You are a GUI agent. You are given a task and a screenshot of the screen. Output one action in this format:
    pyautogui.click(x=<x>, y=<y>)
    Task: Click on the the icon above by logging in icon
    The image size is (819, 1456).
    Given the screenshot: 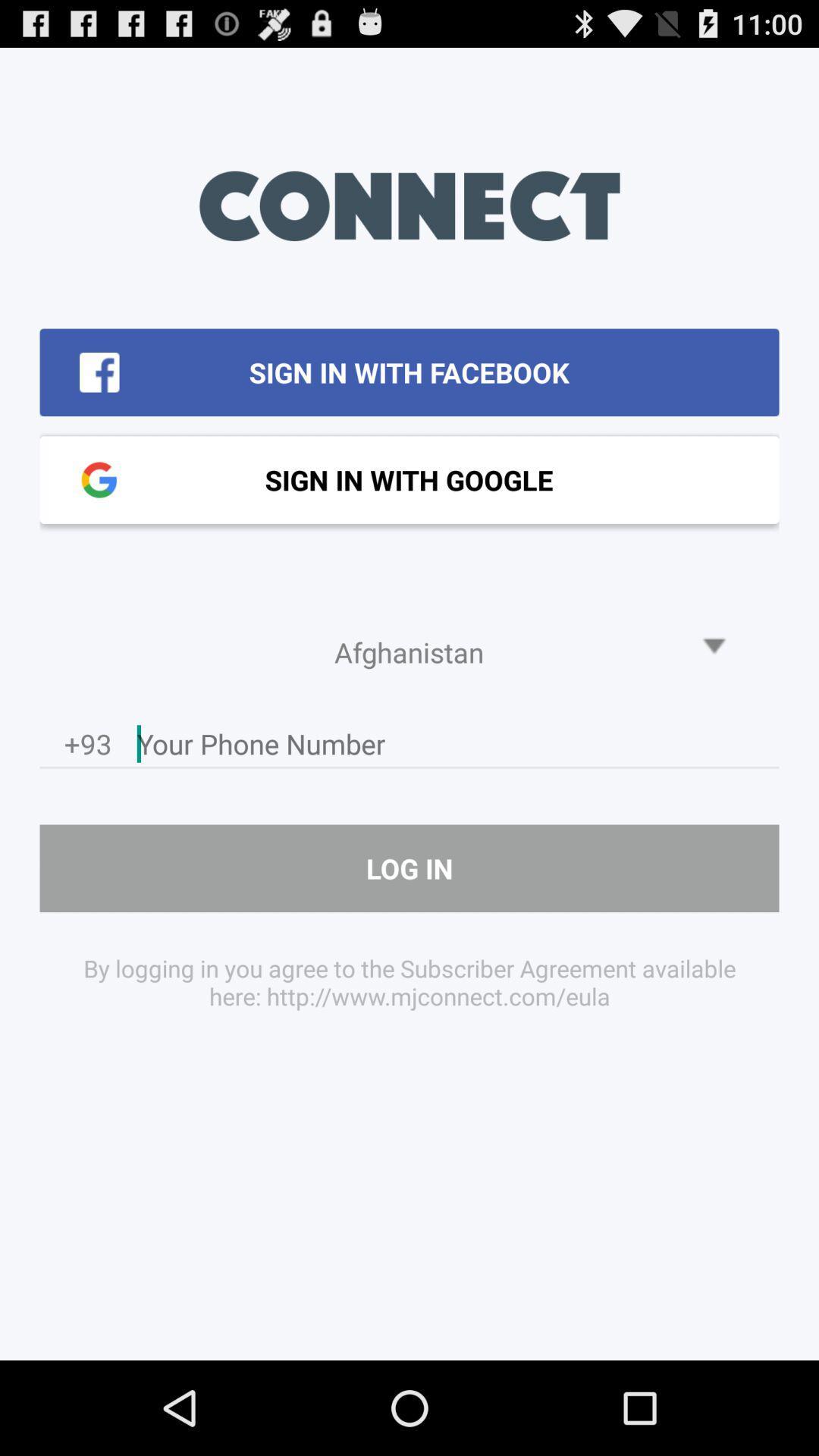 What is the action you would take?
    pyautogui.click(x=409, y=868)
    